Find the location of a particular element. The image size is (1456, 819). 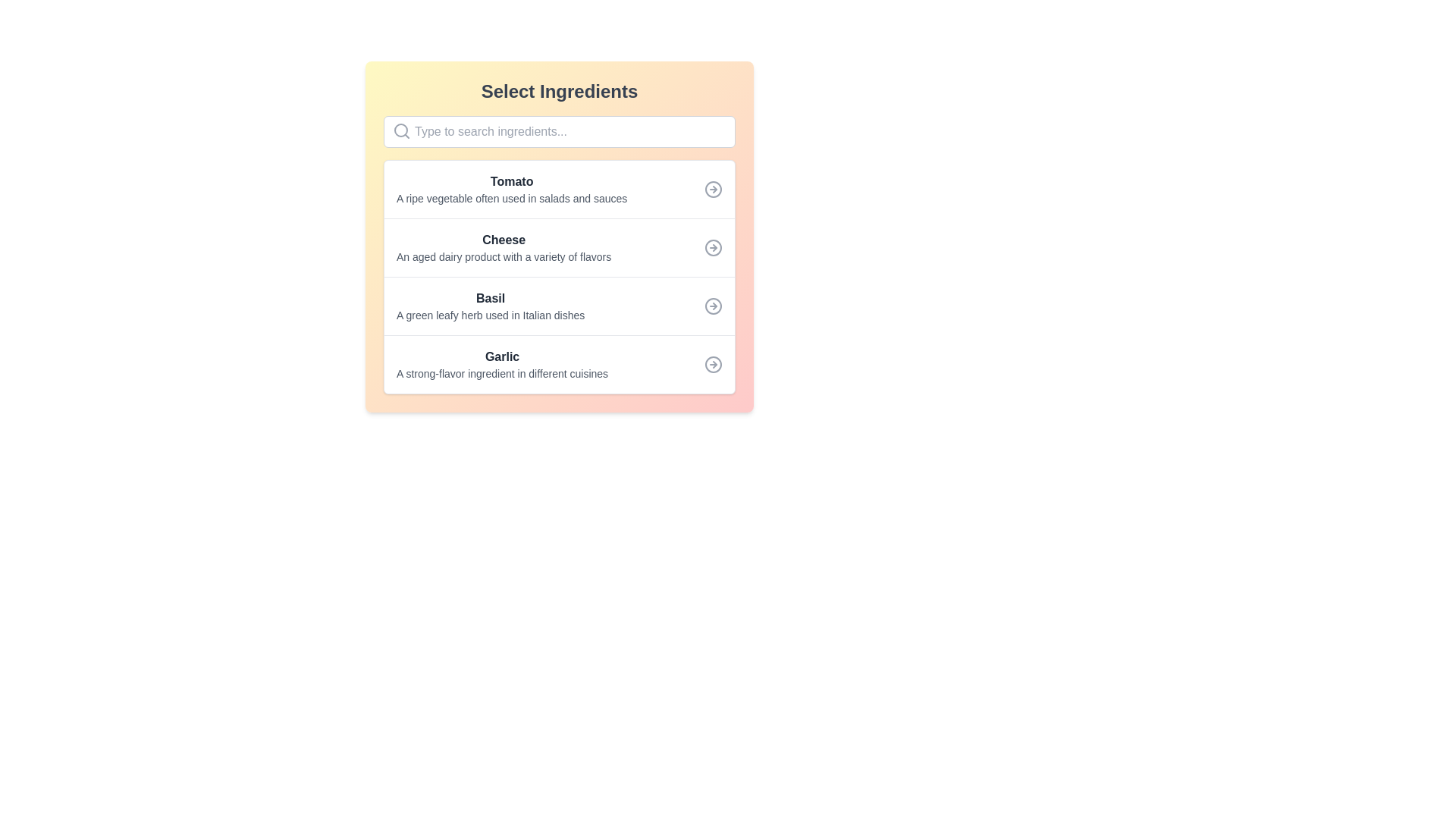

the forward navigation icon related to the 'Cheese' option, located to the far right of the 'Cheese' row is located at coordinates (712, 247).